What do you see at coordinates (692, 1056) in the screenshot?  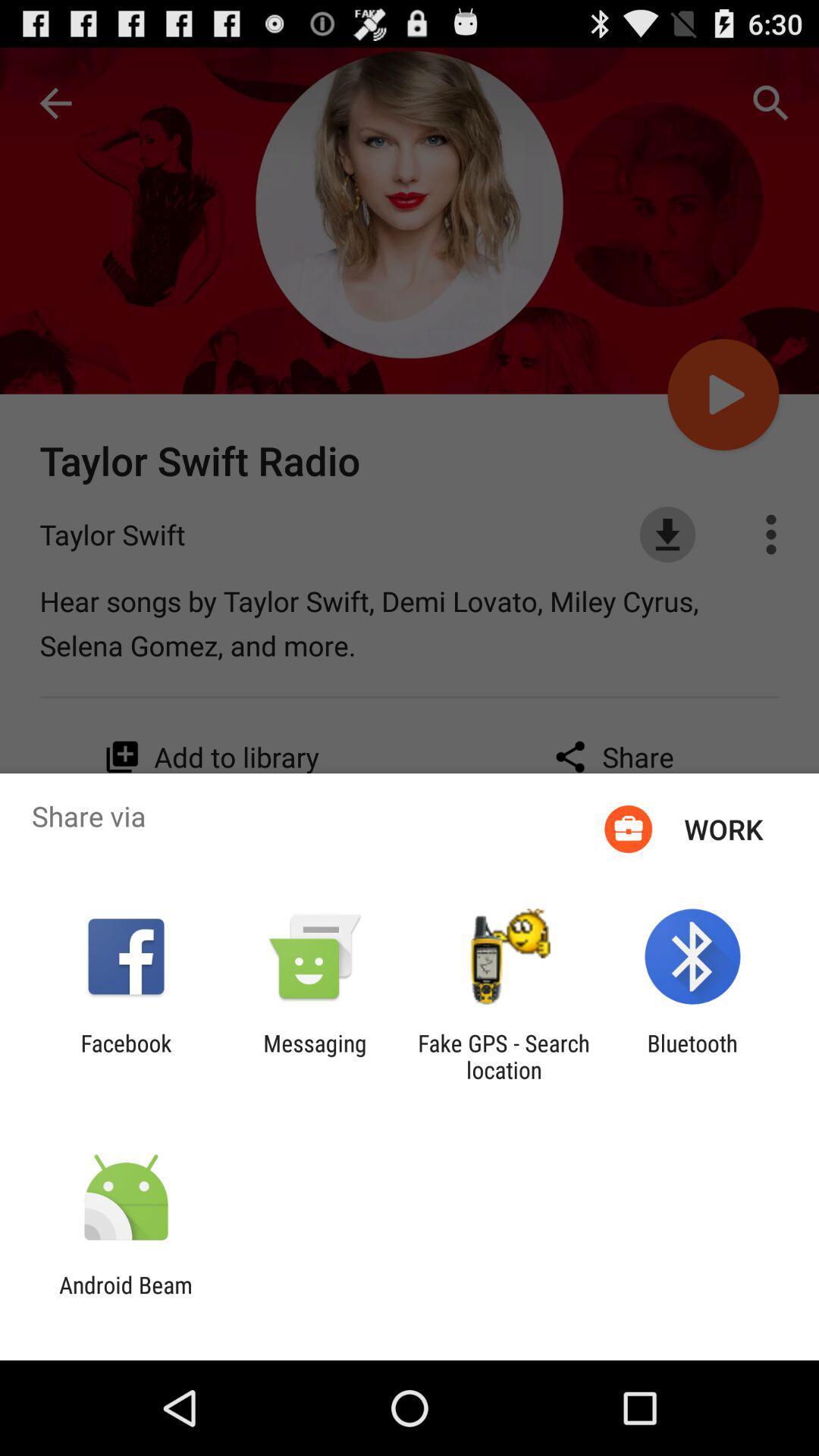 I see `icon next to fake gps search app` at bounding box center [692, 1056].